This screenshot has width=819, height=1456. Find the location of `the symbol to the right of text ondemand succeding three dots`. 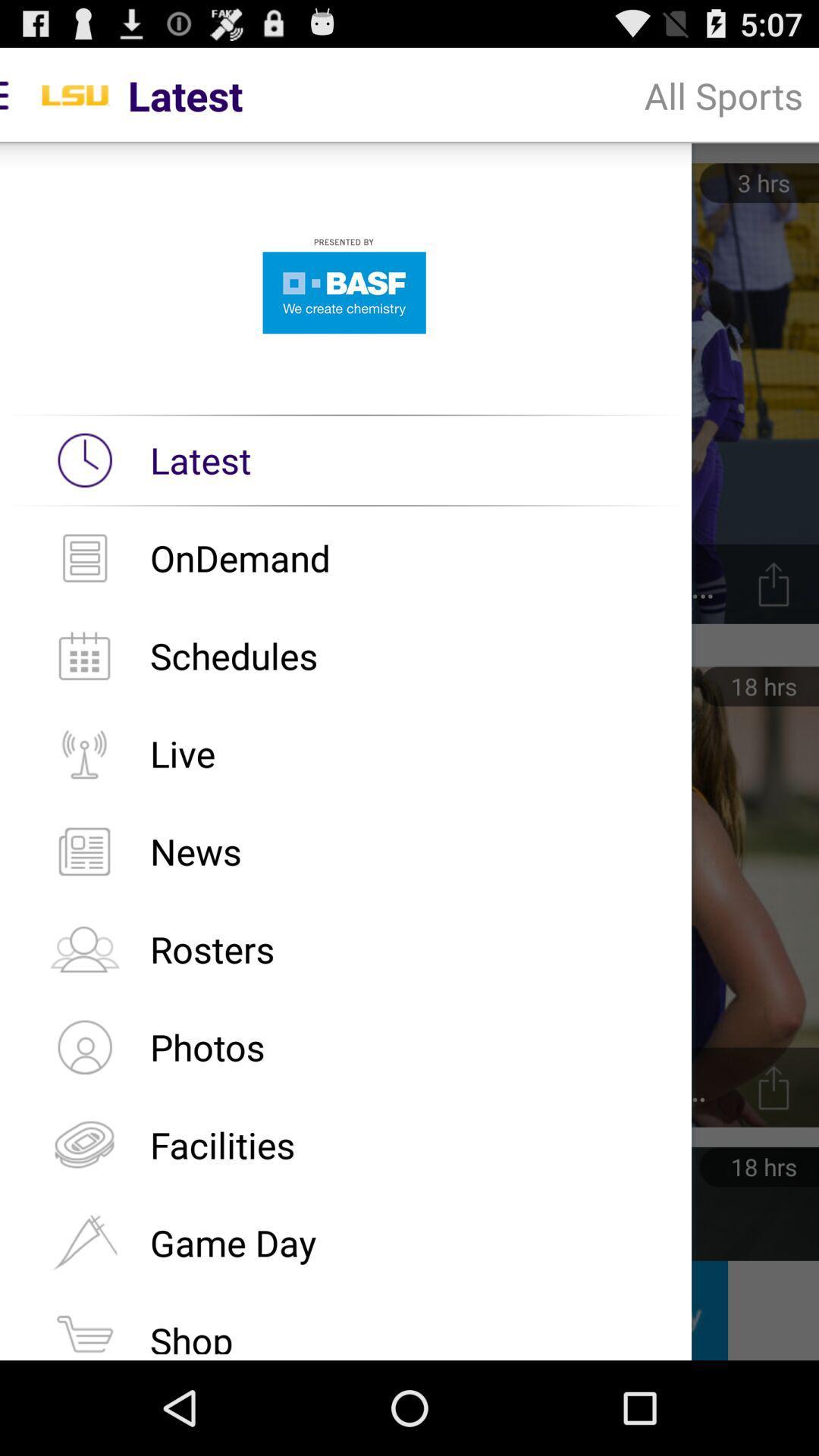

the symbol to the right of text ondemand succeding three dots is located at coordinates (773, 583).